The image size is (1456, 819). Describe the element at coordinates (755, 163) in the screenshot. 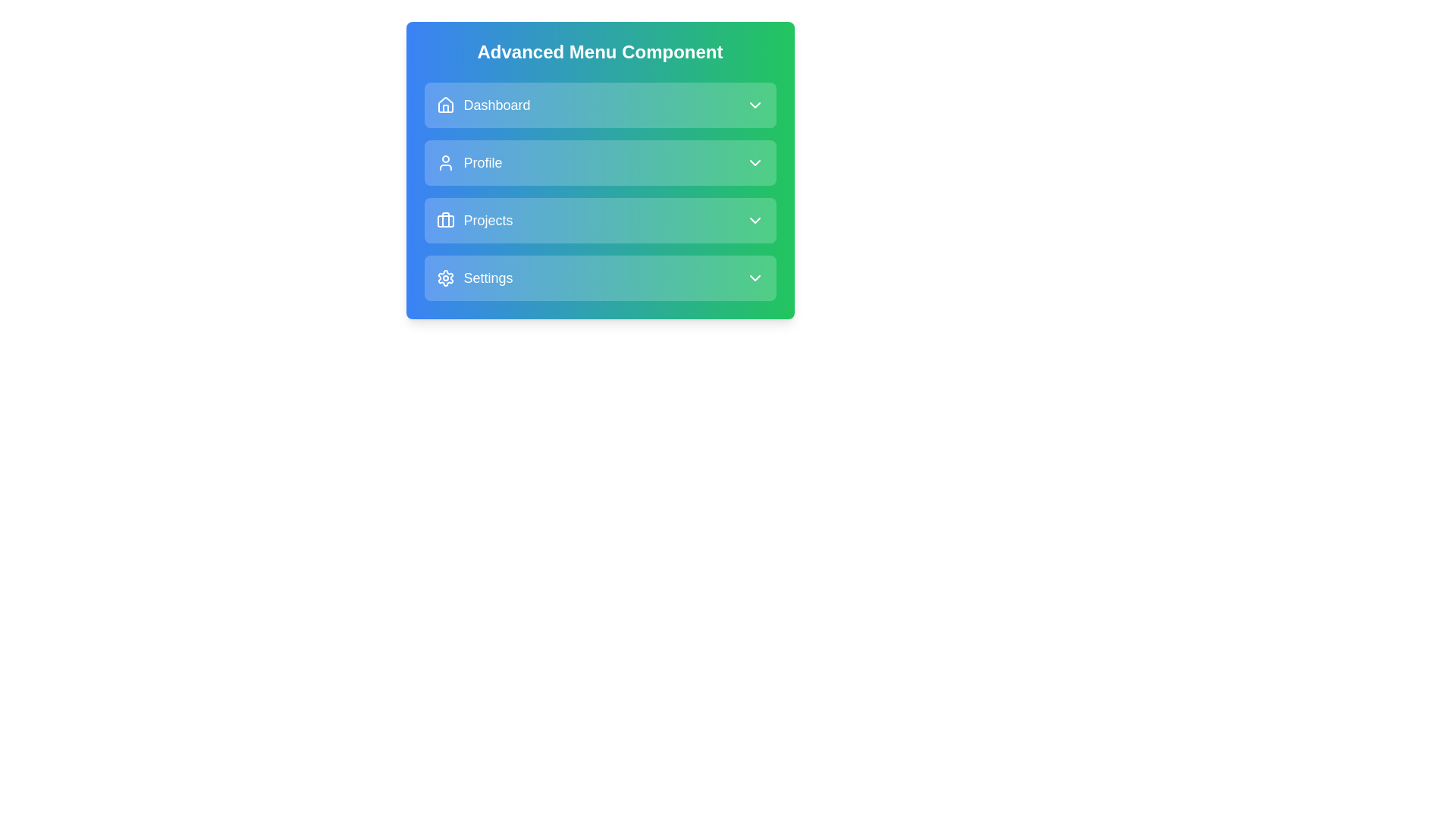

I see `the chevron icon in the 'Profile' section` at that location.